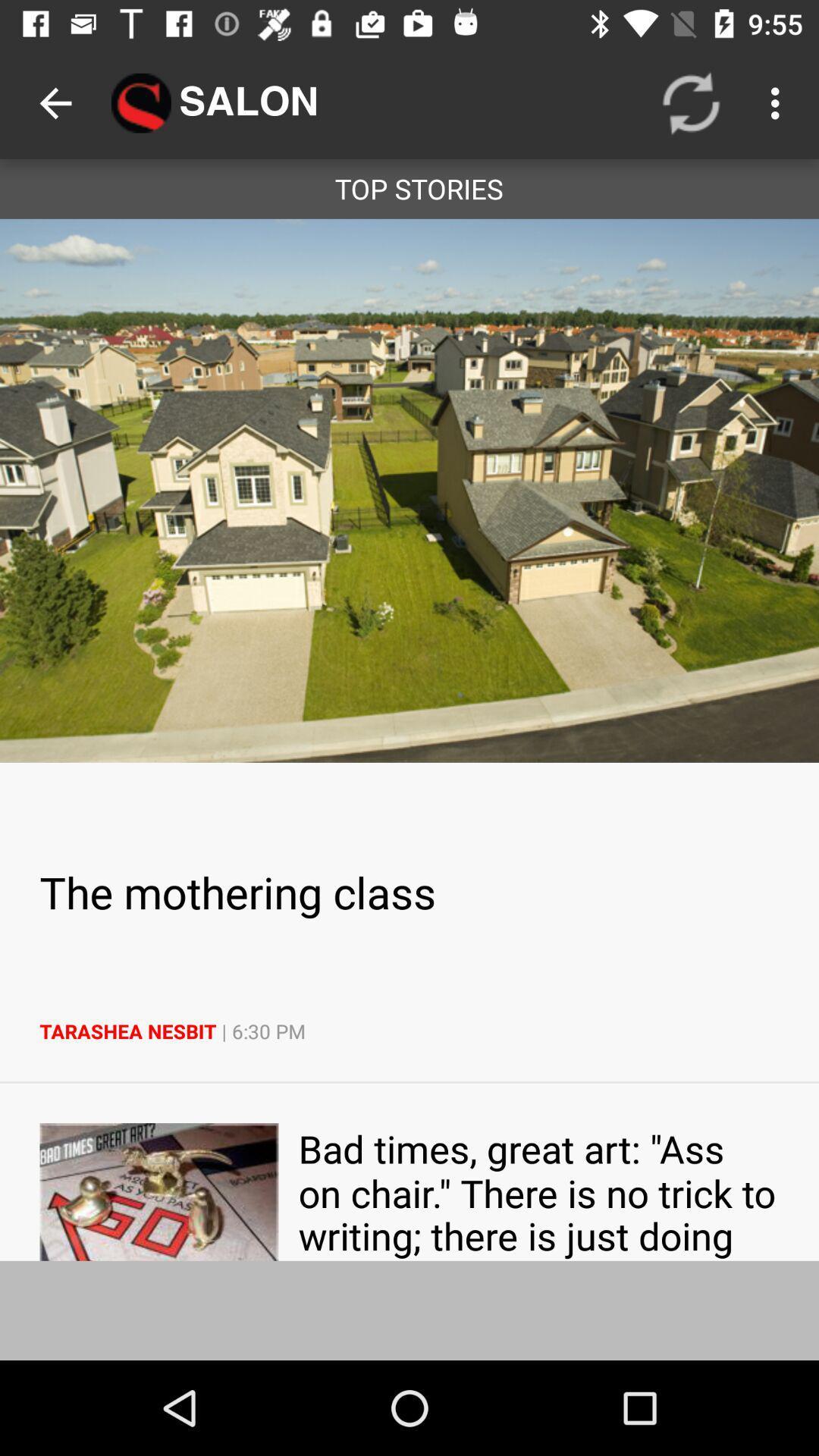  Describe the element at coordinates (538, 1191) in the screenshot. I see `bad times great` at that location.